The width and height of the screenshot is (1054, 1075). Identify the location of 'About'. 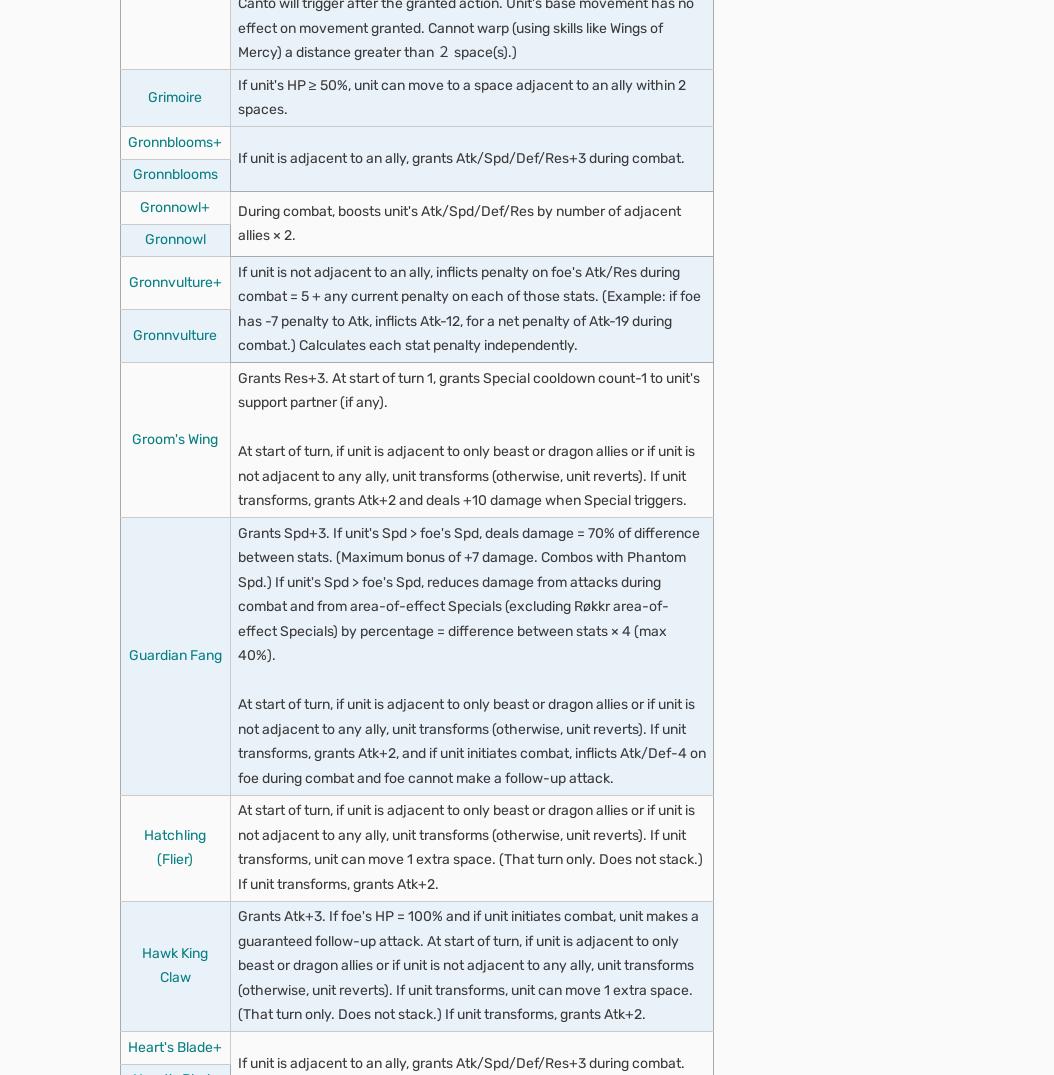
(101, 172).